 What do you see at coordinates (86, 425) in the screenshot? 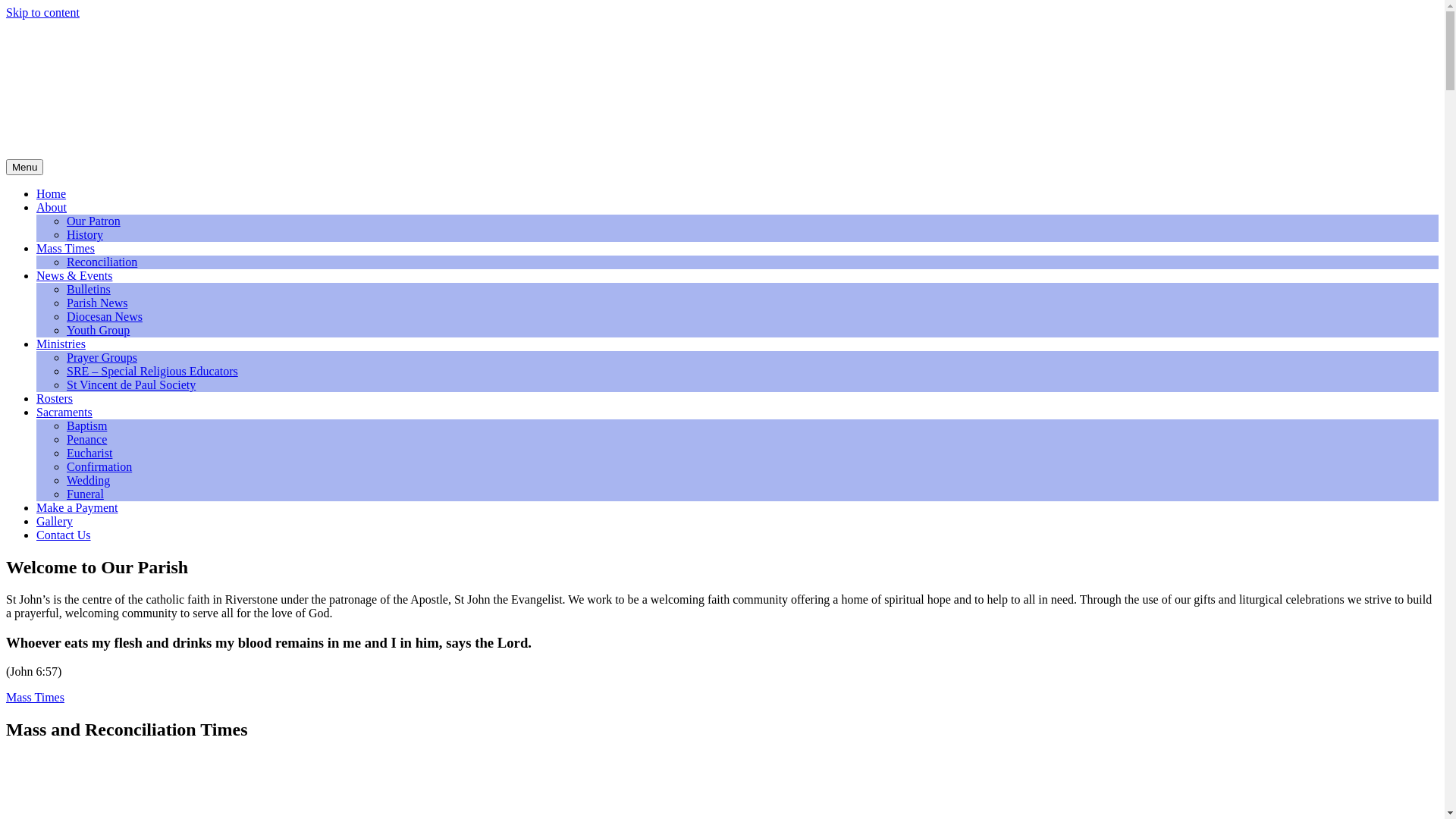
I see `'Baptism'` at bounding box center [86, 425].